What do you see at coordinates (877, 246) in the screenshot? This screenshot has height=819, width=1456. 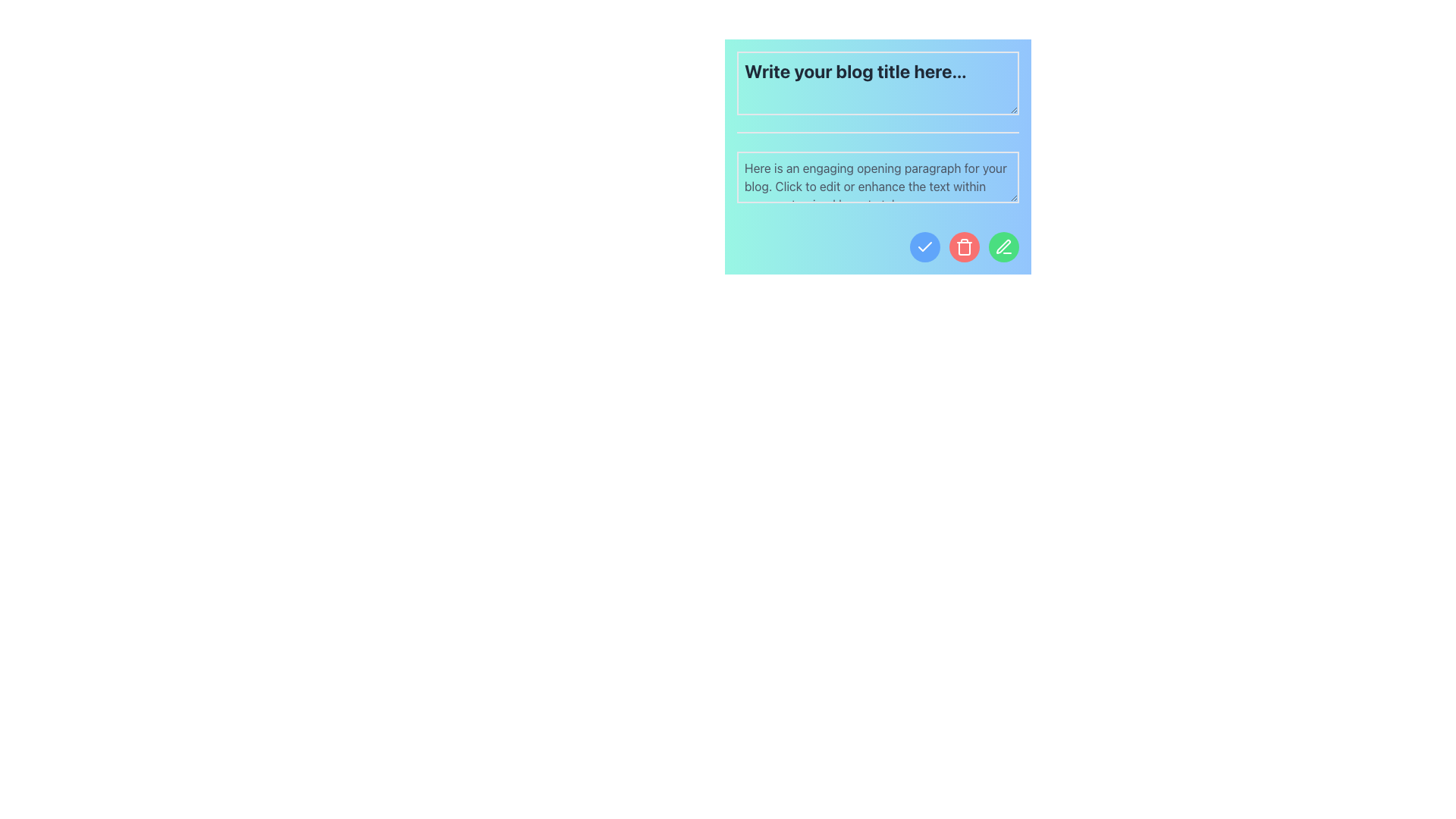 I see `the blue checkmark button in the interactive button group to confirm an action` at bounding box center [877, 246].